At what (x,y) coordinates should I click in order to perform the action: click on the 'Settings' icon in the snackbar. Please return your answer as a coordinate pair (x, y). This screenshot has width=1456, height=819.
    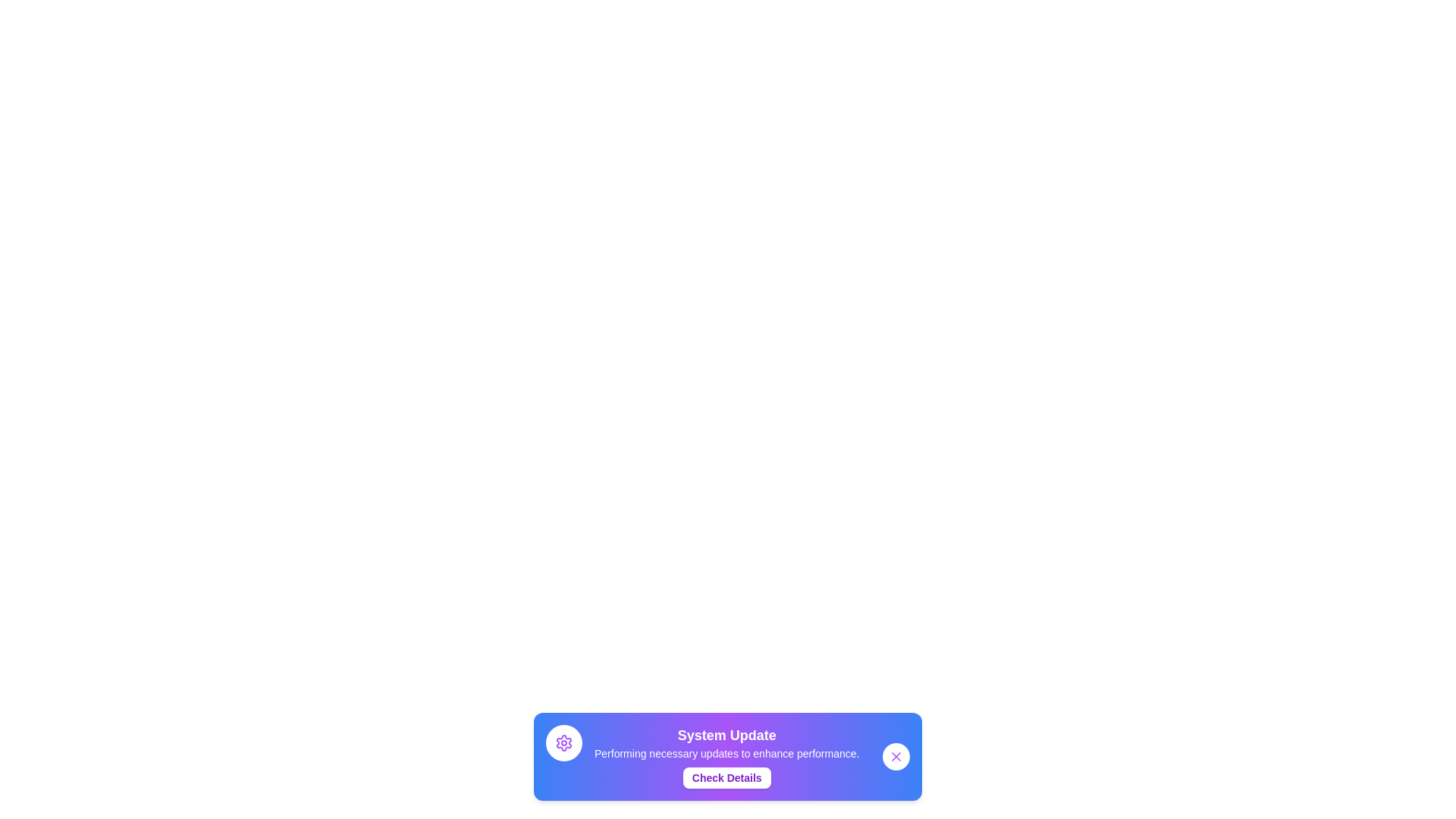
    Looking at the image, I should click on (563, 742).